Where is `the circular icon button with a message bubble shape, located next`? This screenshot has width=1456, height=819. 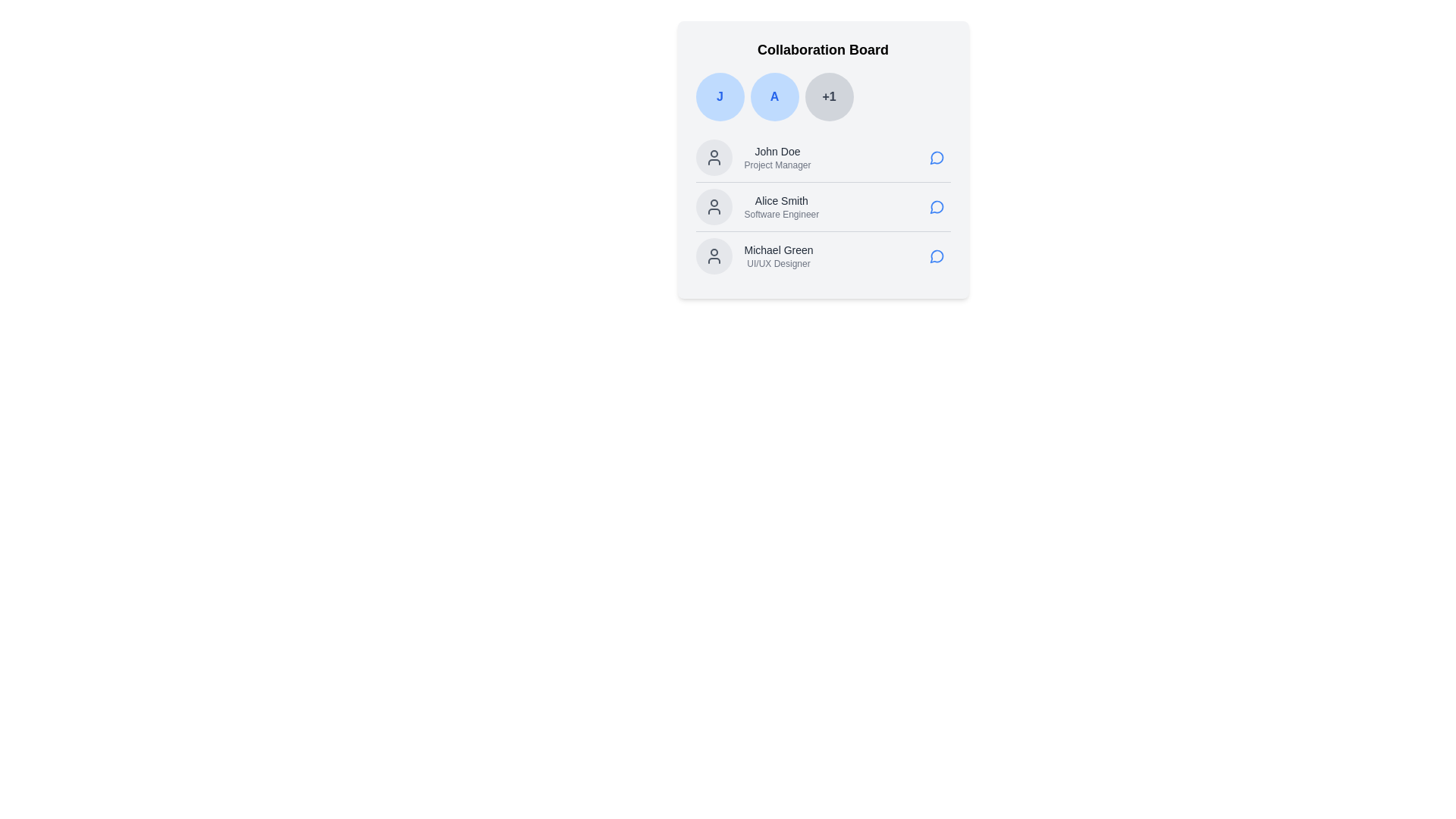 the circular icon button with a message bubble shape, located next is located at coordinates (936, 158).